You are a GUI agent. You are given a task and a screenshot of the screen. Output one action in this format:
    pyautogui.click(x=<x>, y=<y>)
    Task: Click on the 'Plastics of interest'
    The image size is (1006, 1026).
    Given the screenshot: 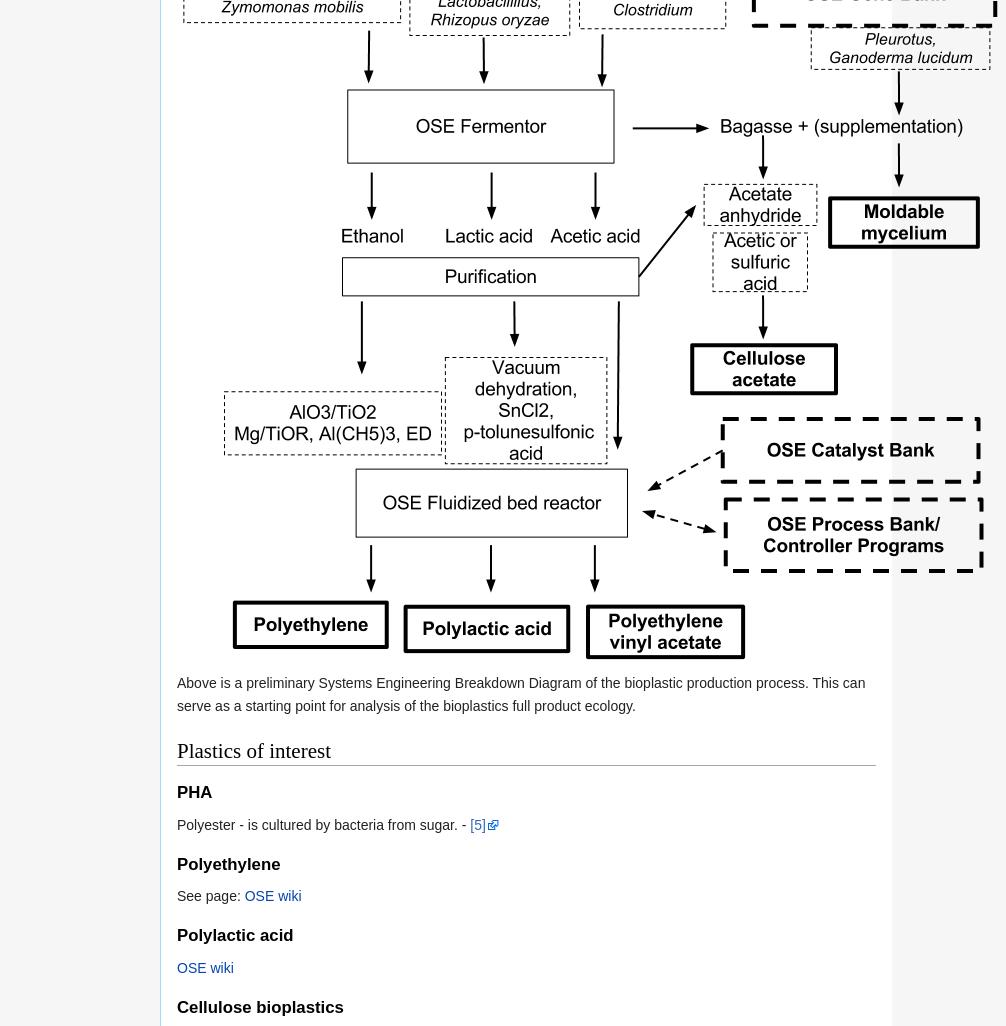 What is the action you would take?
    pyautogui.click(x=176, y=750)
    